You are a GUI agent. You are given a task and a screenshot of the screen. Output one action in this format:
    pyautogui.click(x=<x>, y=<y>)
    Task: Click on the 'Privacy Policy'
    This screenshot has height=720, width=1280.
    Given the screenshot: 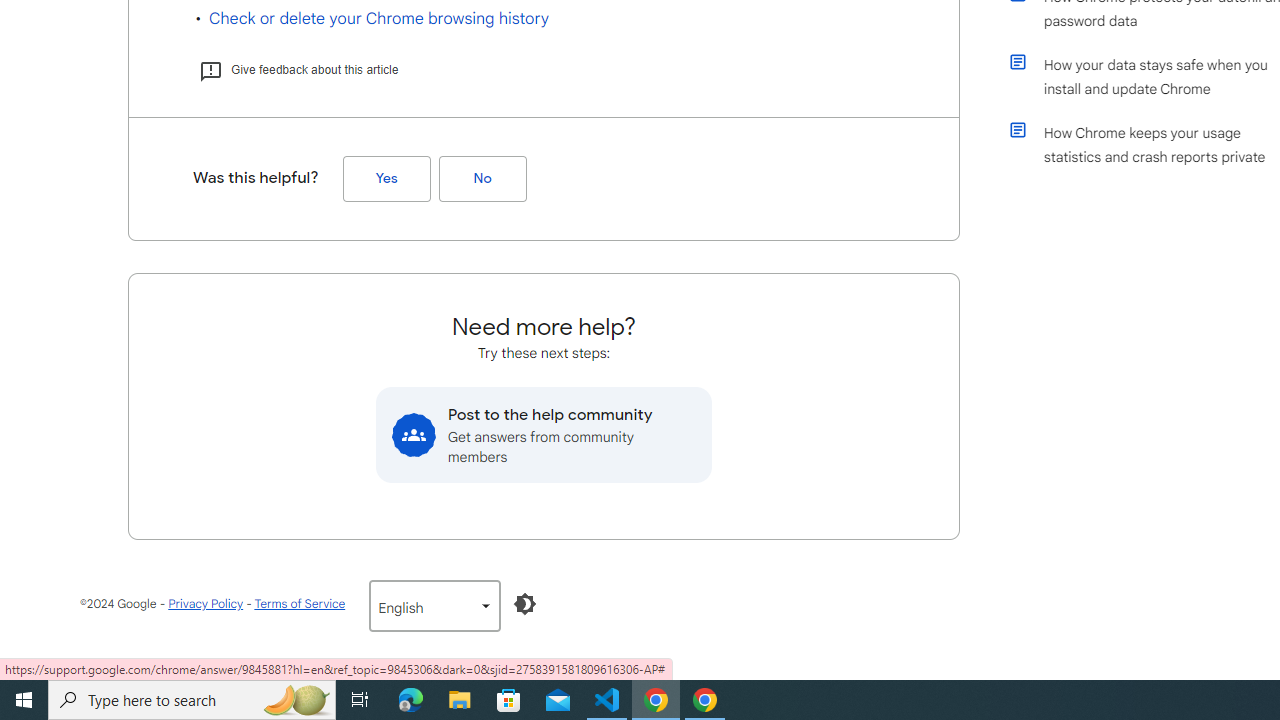 What is the action you would take?
    pyautogui.click(x=206, y=602)
    